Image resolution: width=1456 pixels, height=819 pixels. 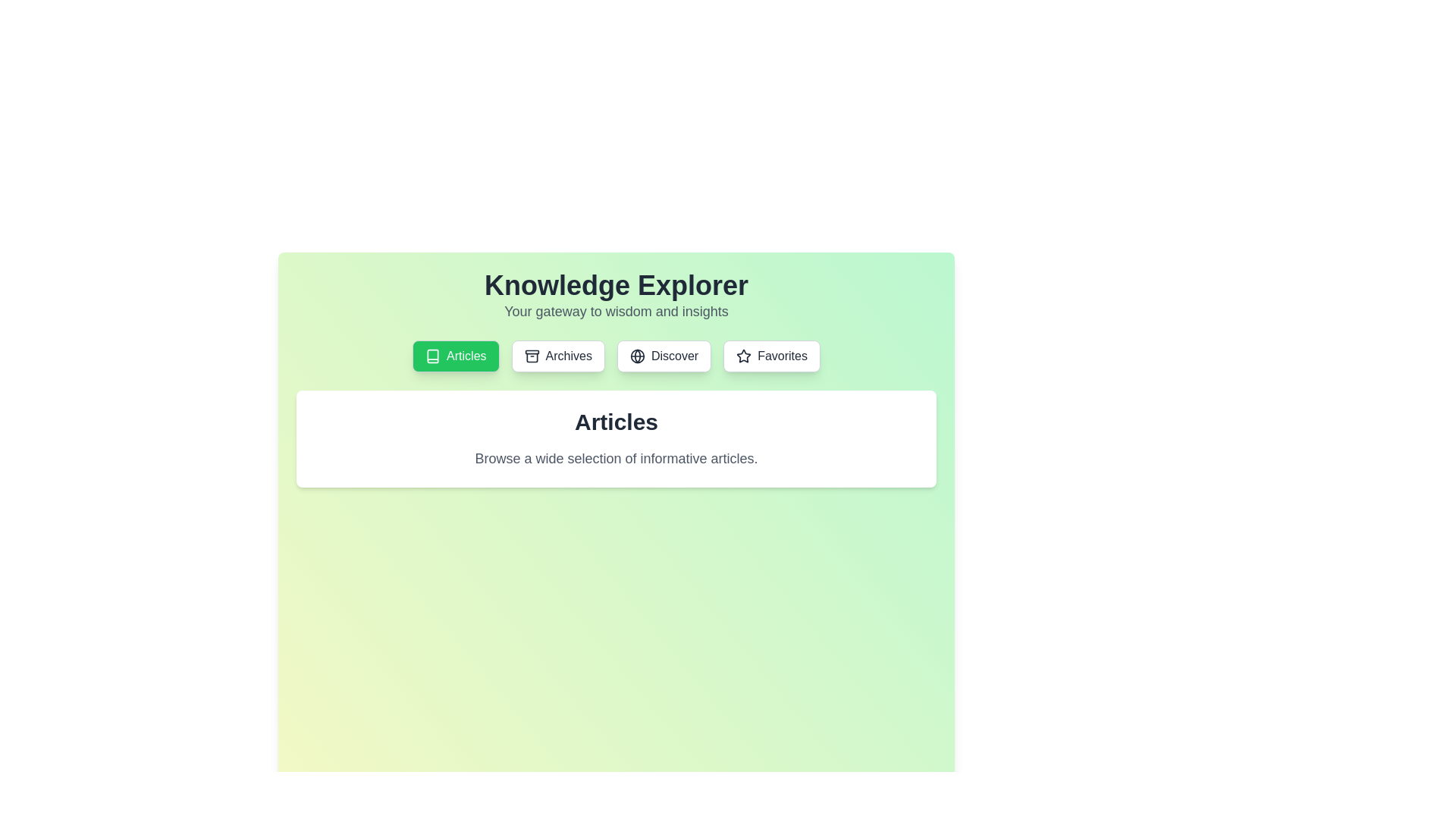 What do you see at coordinates (771, 356) in the screenshot?
I see `the tab labeled Favorites` at bounding box center [771, 356].